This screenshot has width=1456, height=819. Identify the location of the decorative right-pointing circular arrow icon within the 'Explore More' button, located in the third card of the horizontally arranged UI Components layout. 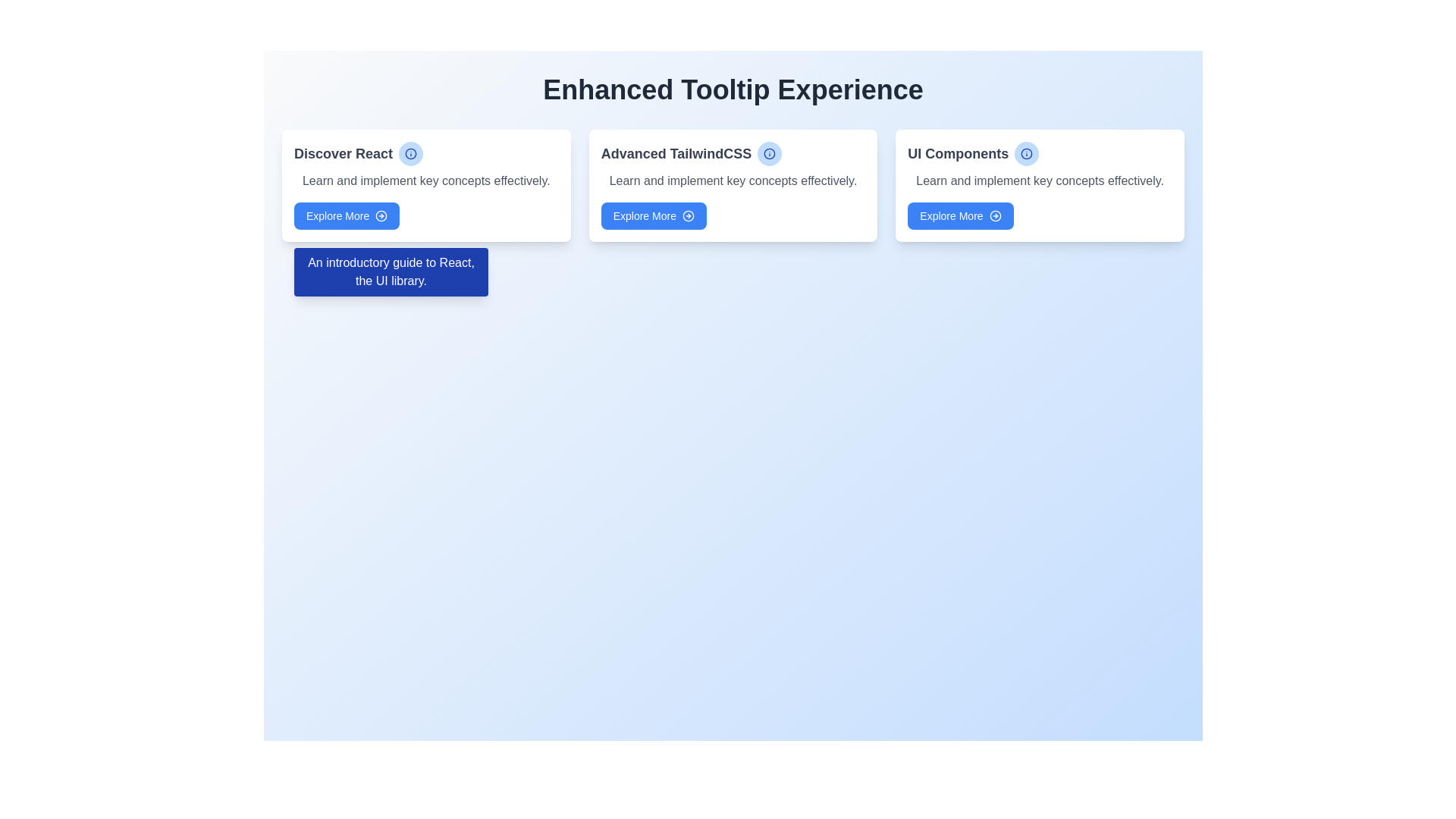
(995, 216).